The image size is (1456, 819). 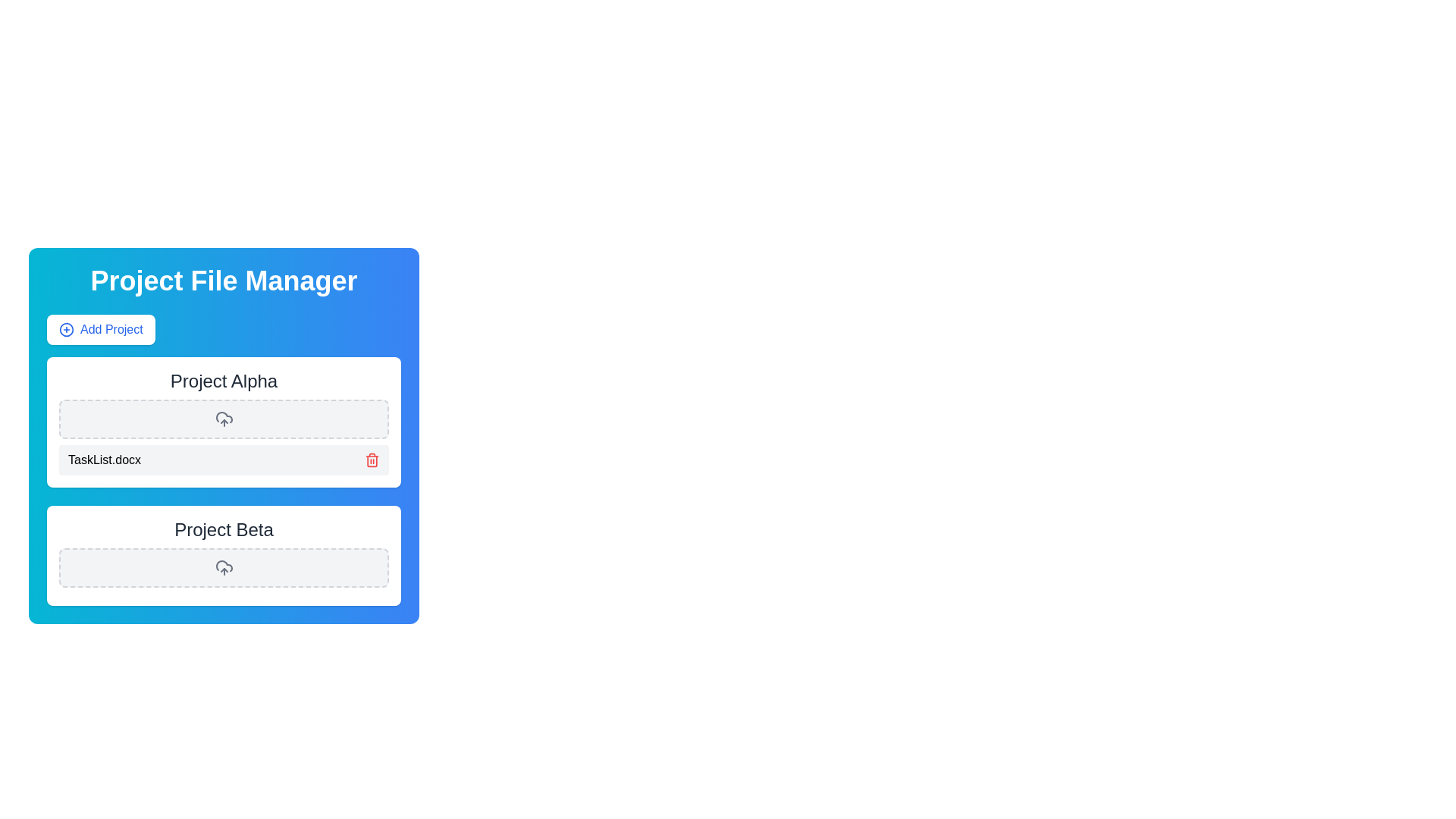 I want to click on the cloud upload icon, which features smooth curves and an upward arrow, located in the bottom-left segment of the larger icon, so click(x=223, y=417).